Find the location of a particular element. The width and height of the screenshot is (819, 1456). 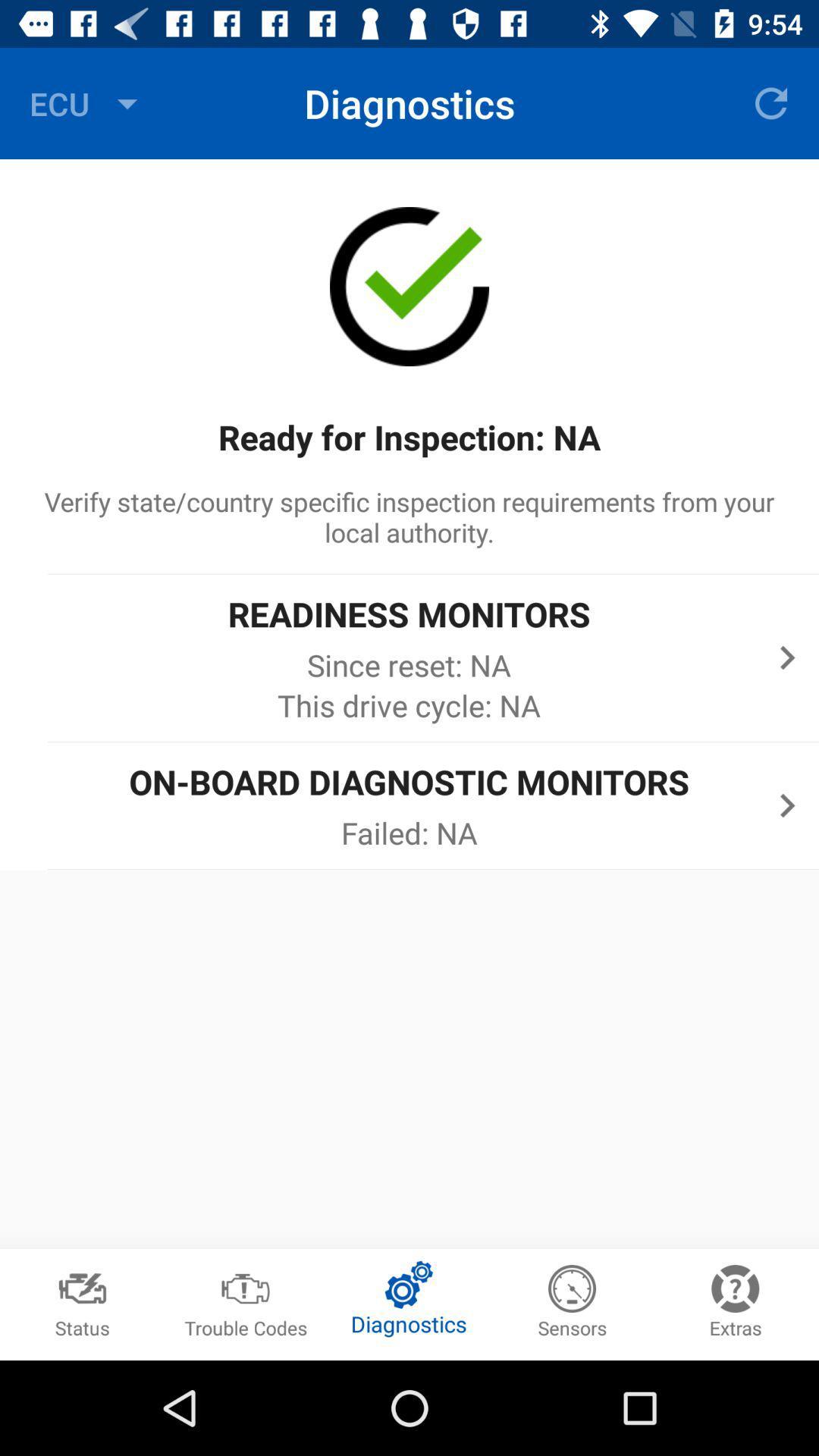

the icon next to diagnostics icon is located at coordinates (771, 102).